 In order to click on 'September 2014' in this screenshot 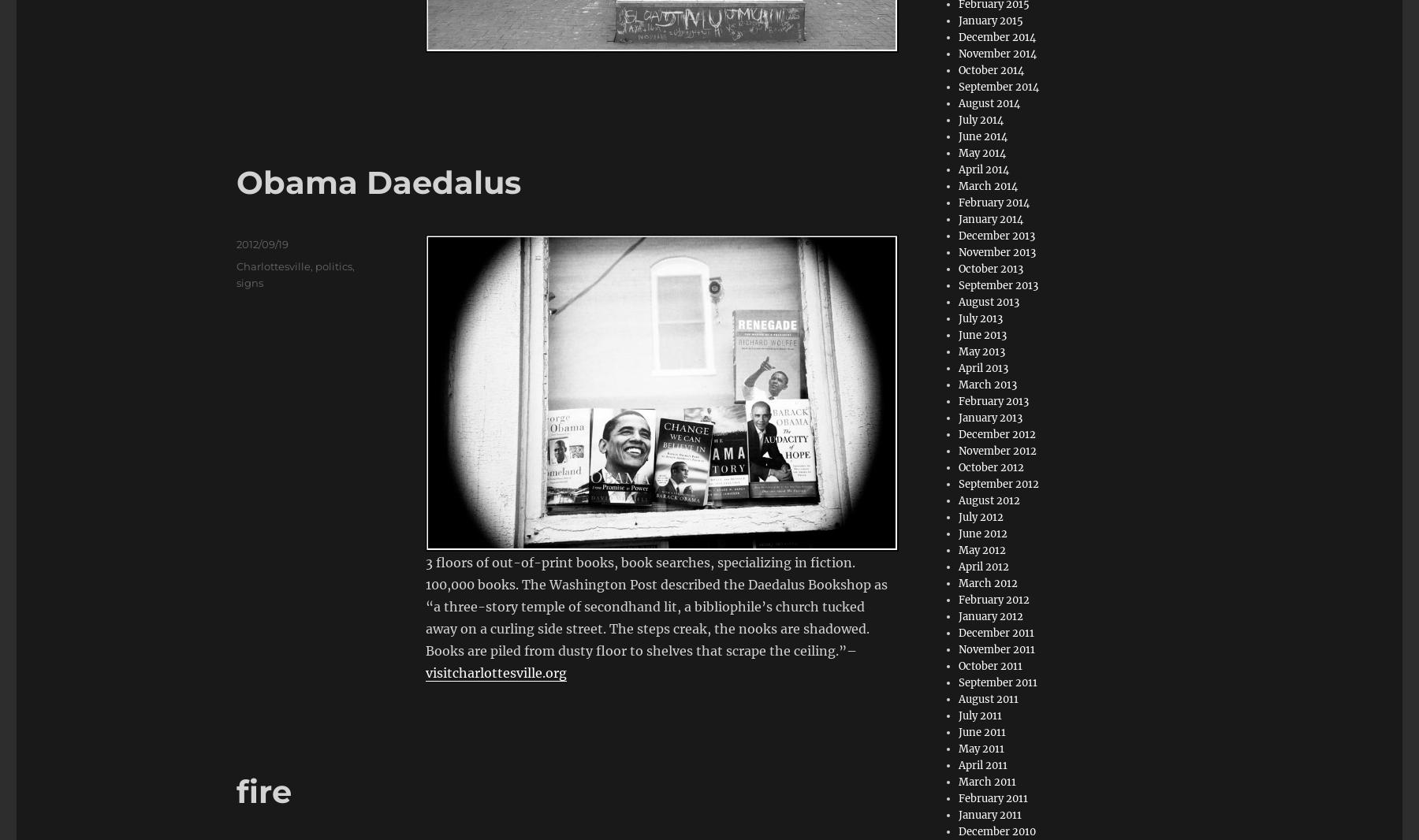, I will do `click(999, 86)`.